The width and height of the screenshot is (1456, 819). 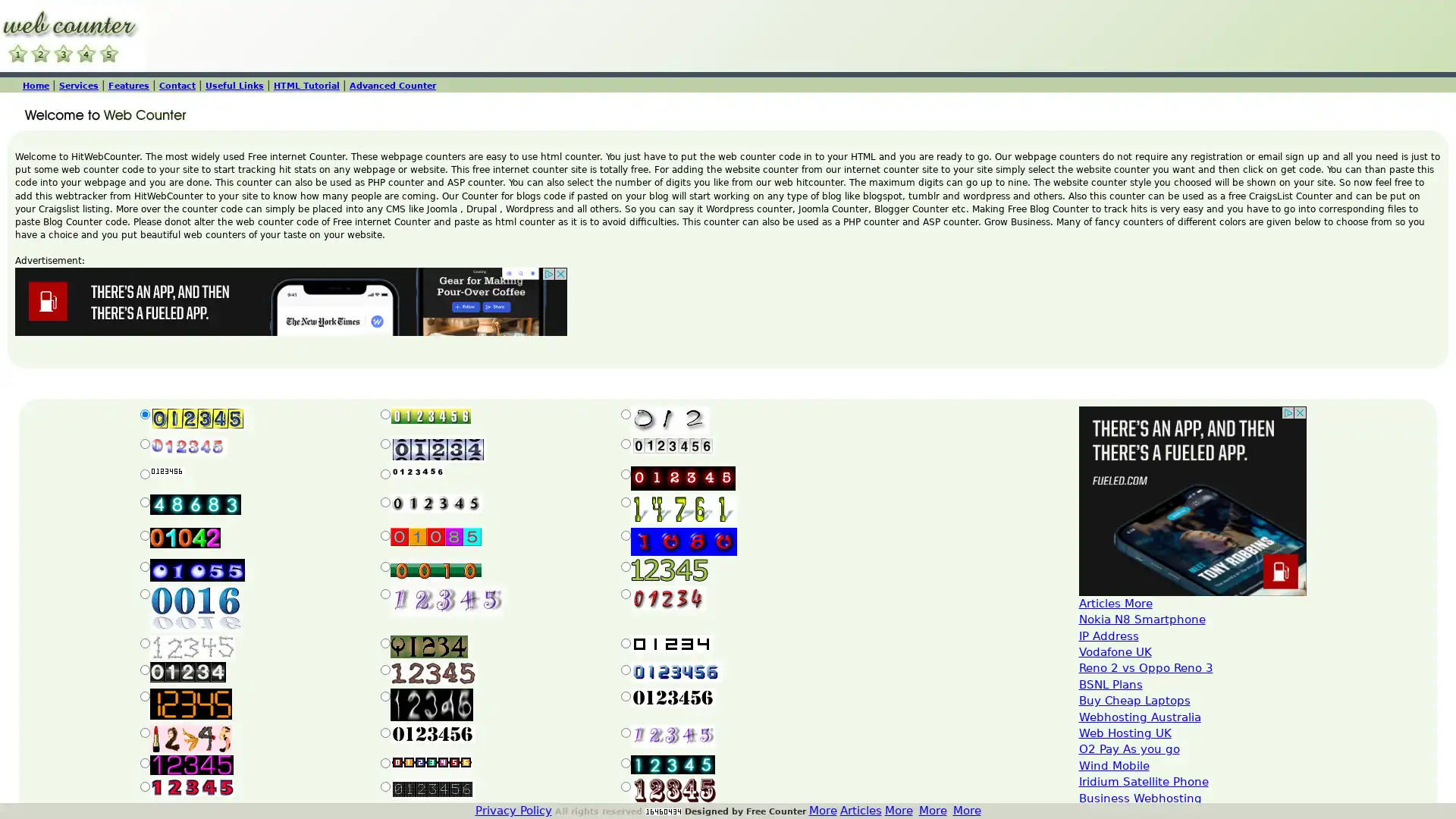 I want to click on Submit, so click(x=428, y=646).